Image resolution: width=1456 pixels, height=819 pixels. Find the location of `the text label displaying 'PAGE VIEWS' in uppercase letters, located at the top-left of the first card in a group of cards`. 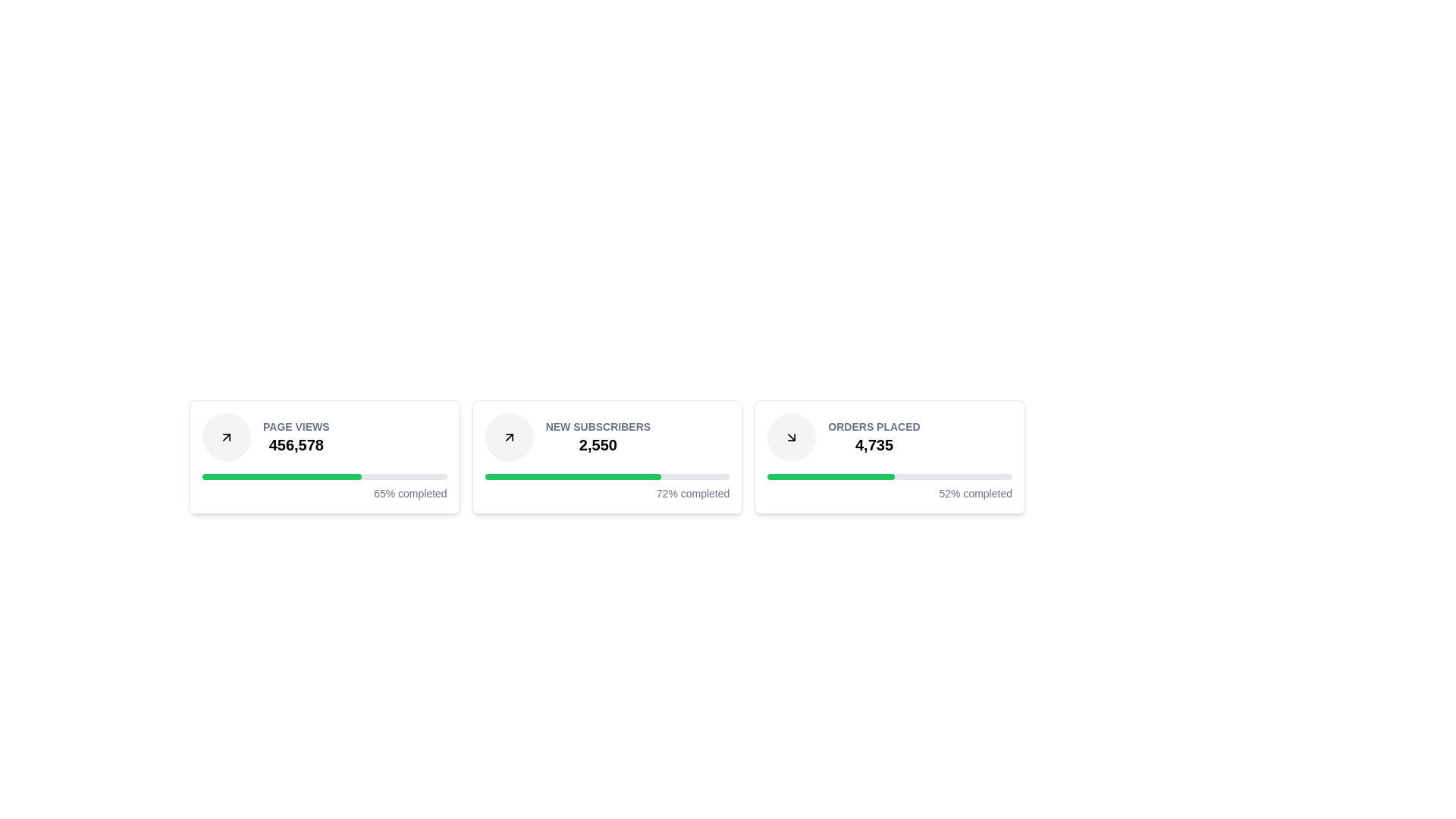

the text label displaying 'PAGE VIEWS' in uppercase letters, located at the top-left of the first card in a group of cards is located at coordinates (296, 427).